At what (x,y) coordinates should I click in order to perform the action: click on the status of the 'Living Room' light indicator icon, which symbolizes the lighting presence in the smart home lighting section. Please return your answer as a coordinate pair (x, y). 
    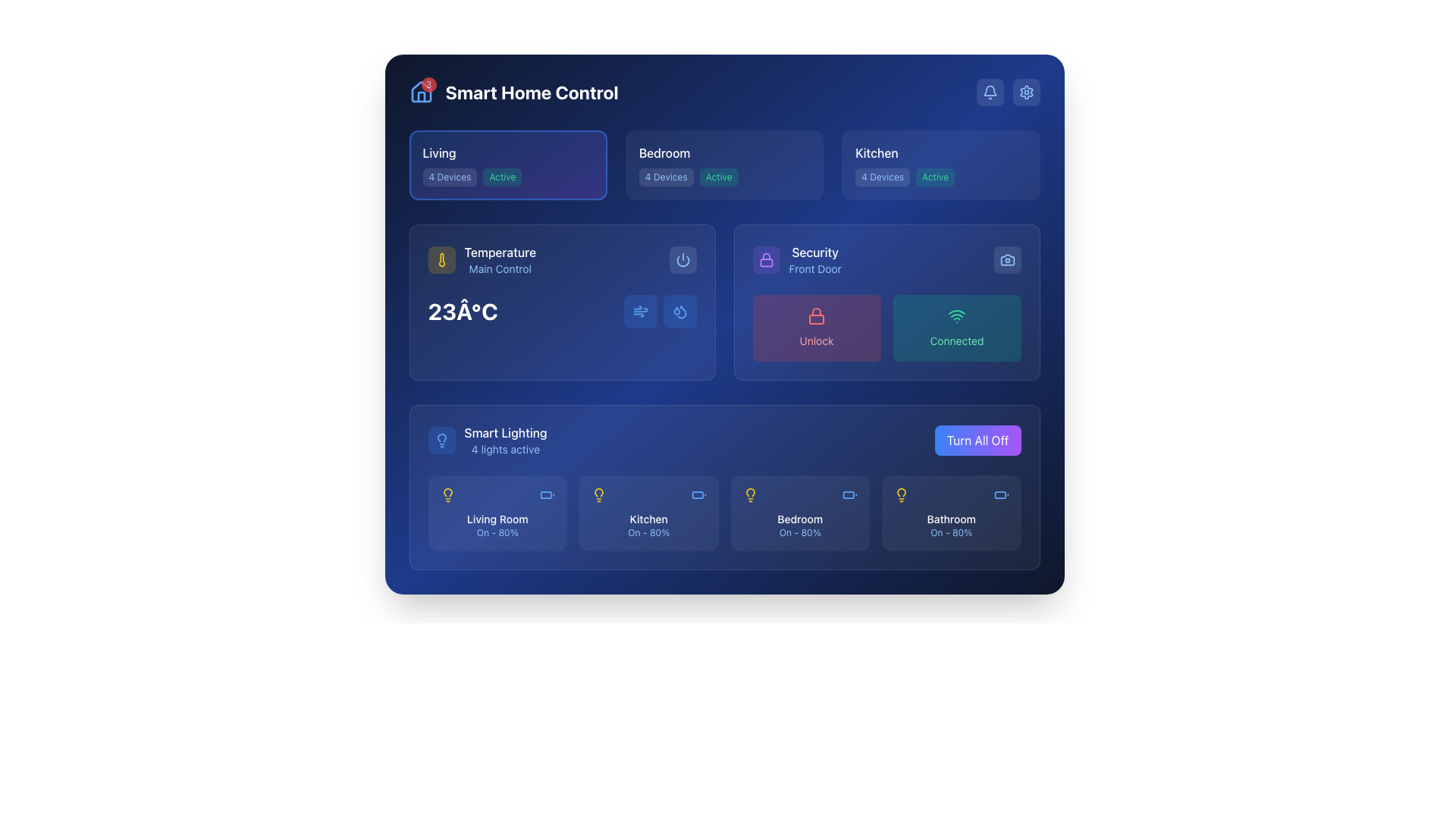
    Looking at the image, I should click on (447, 492).